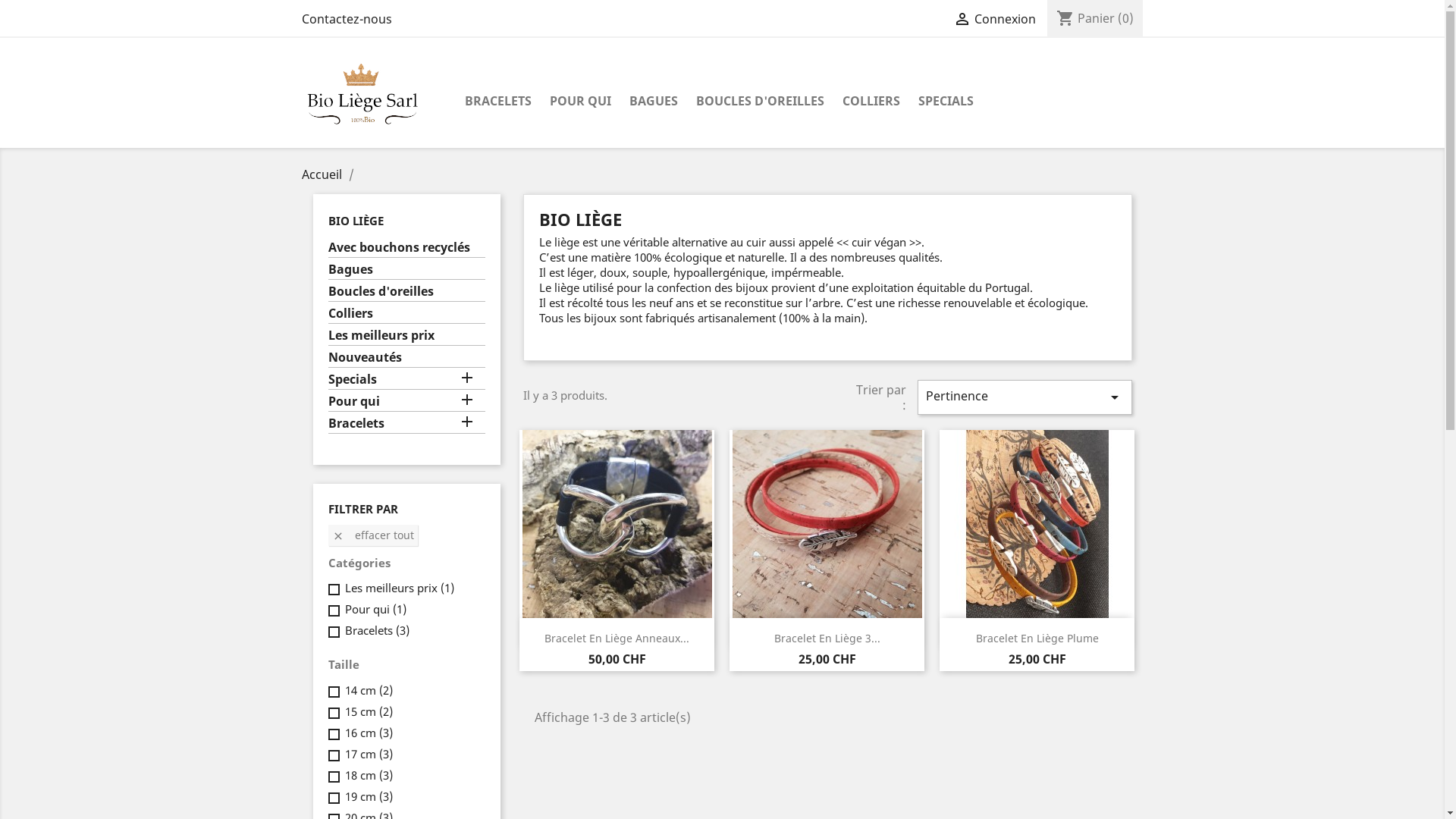 This screenshot has width=1456, height=819. I want to click on 'Accueil', so click(322, 174).